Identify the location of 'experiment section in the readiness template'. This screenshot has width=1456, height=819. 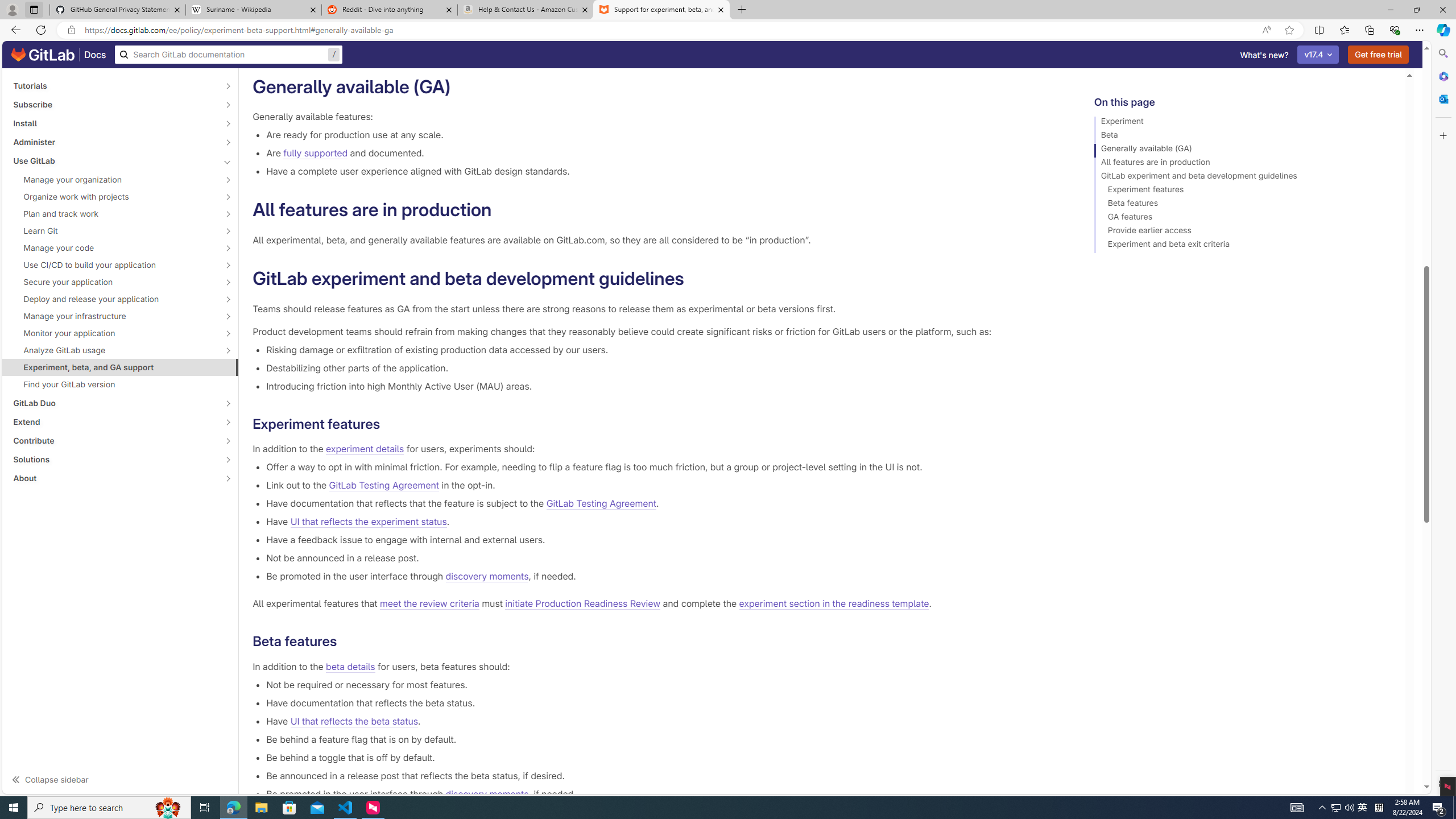
(833, 603).